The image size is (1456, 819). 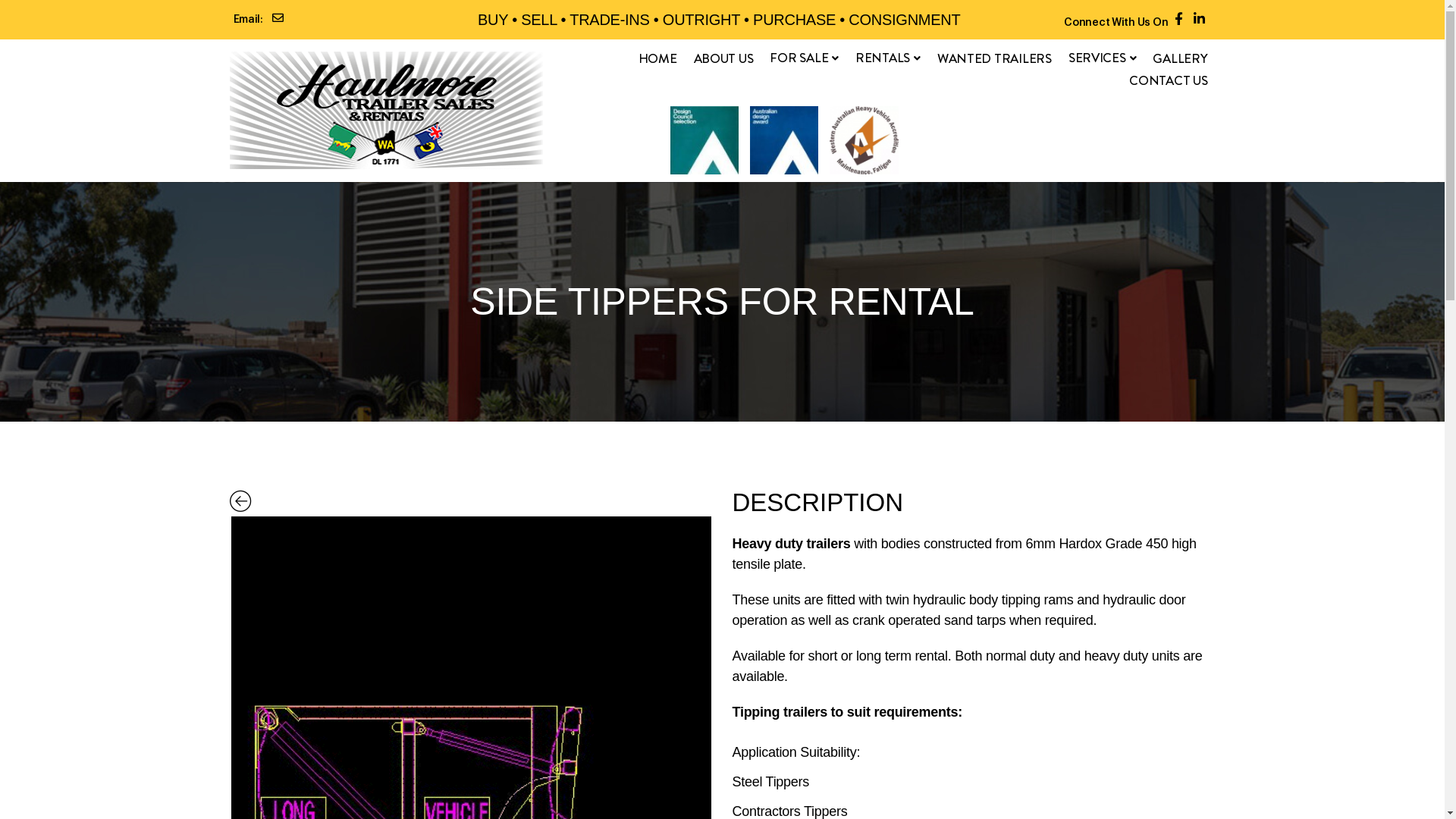 What do you see at coordinates (1103, 58) in the screenshot?
I see `'SERVICES'` at bounding box center [1103, 58].